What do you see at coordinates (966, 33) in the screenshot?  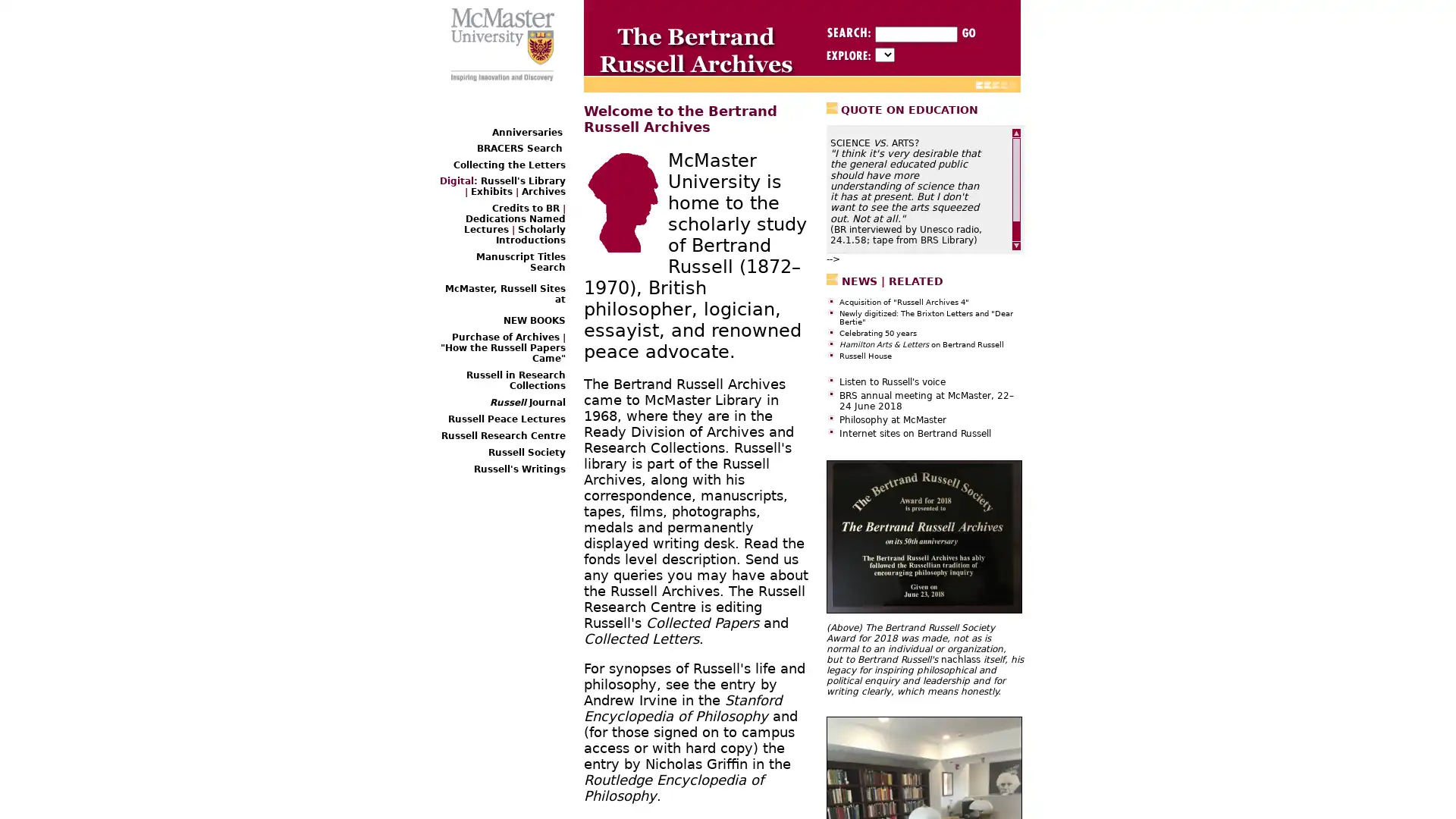 I see `GO` at bounding box center [966, 33].